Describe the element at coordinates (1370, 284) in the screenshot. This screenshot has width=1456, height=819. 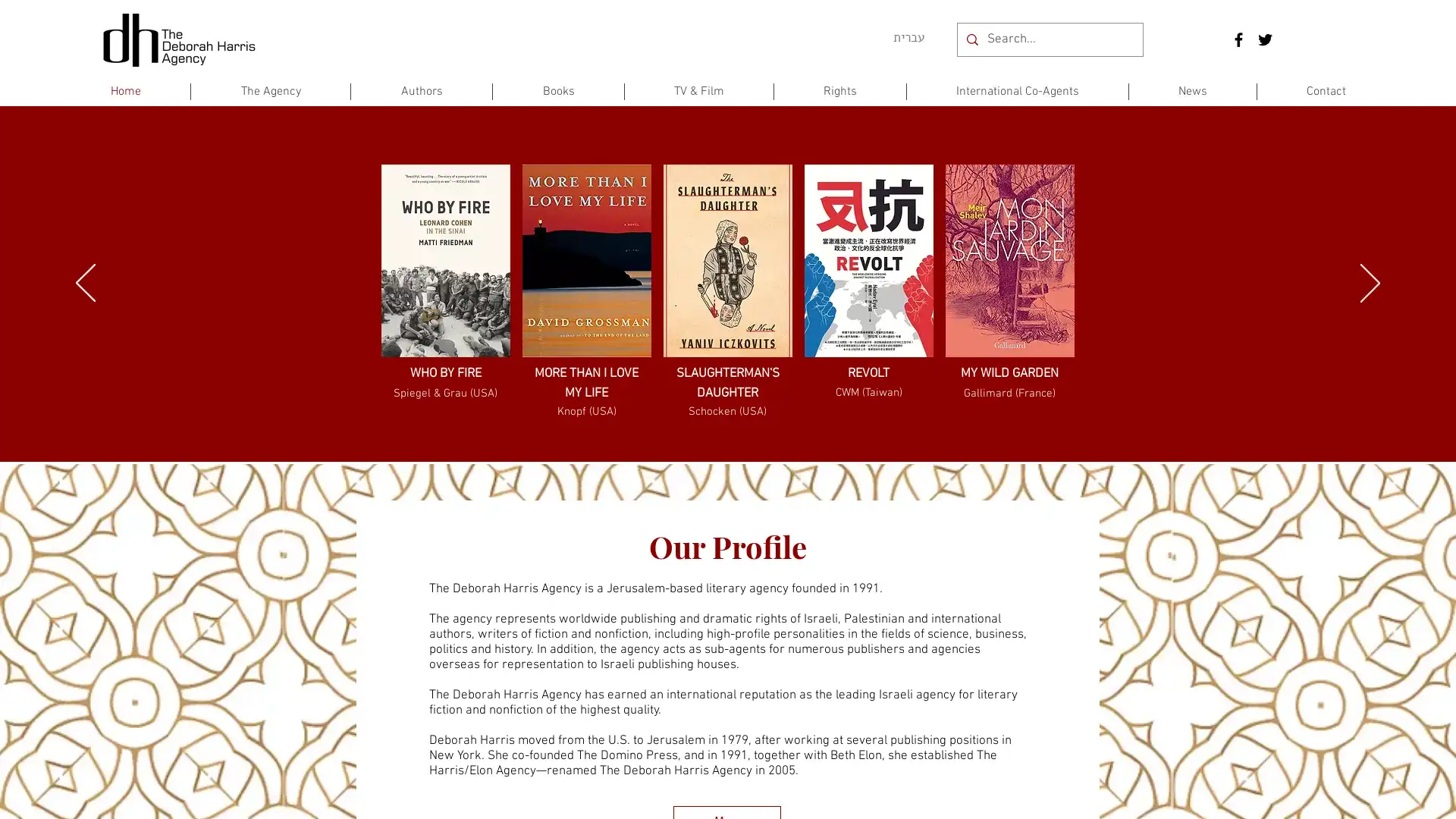
I see `Next` at that location.